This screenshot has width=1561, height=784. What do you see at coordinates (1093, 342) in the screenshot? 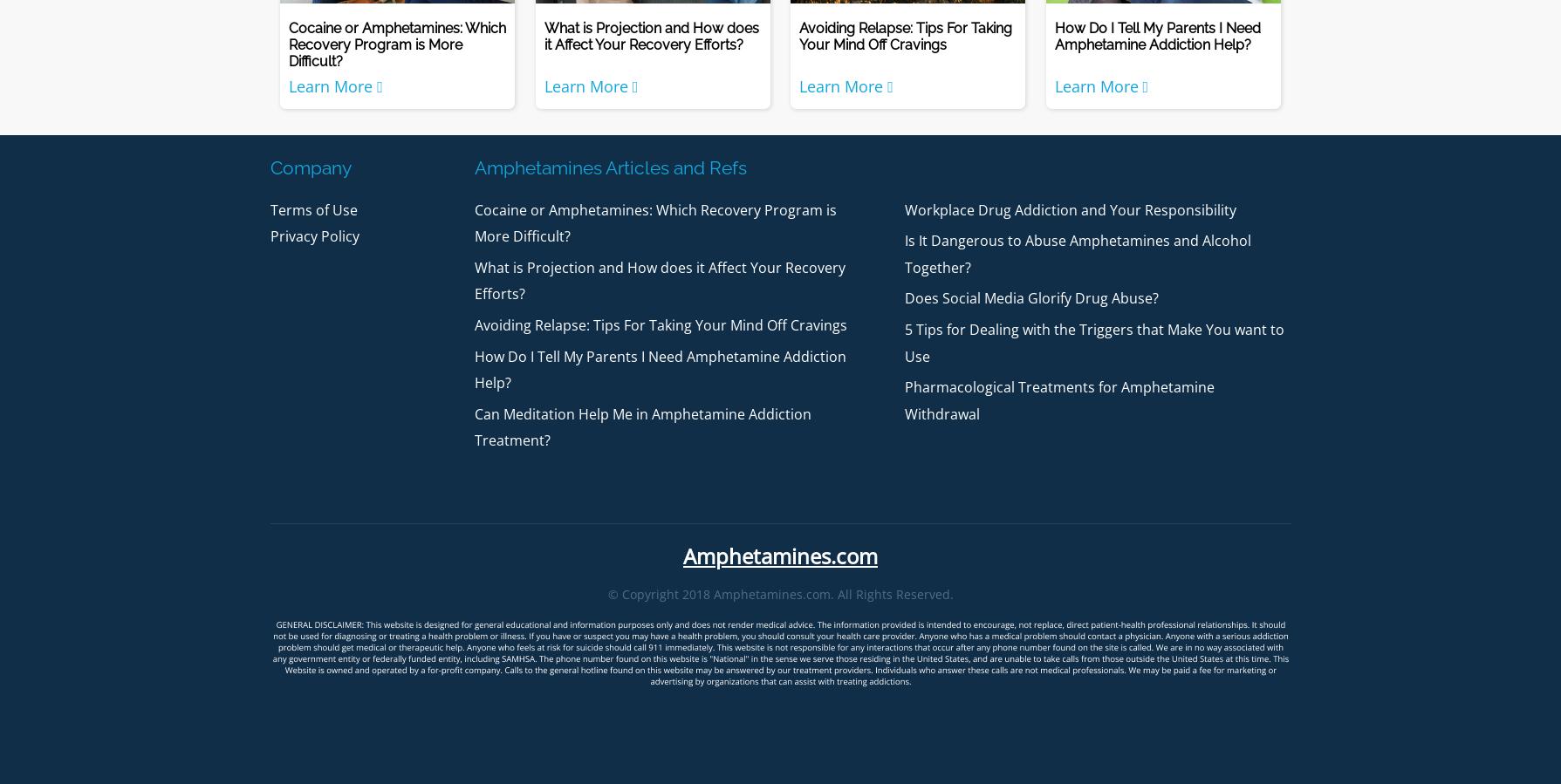
I see `'5 Tips for Dealing with the Triggers that Make You want to Use'` at bounding box center [1093, 342].